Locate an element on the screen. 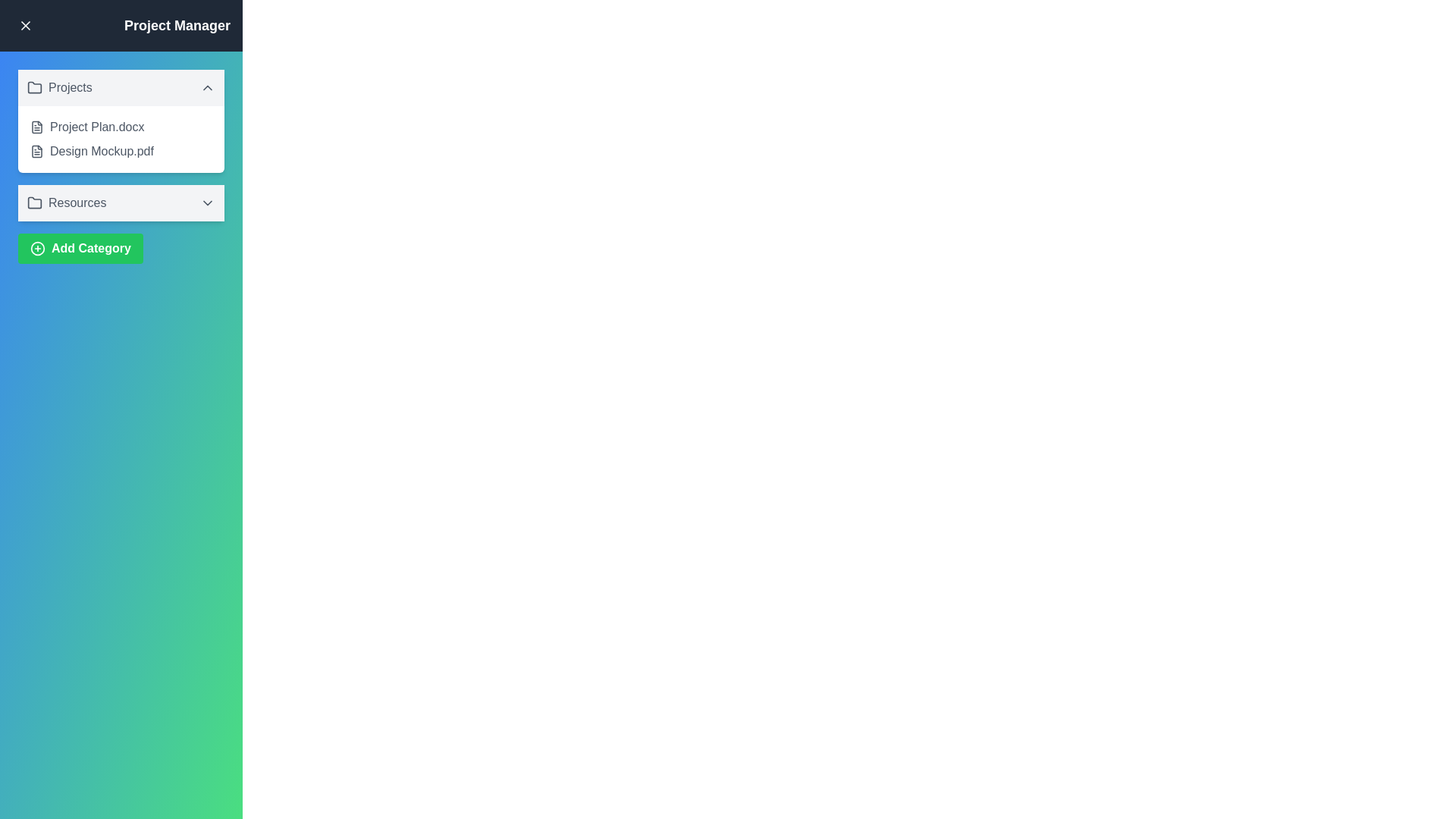 This screenshot has width=1456, height=819. the file icon representing 'Design Mockup.pdf' in the 'Projects' section of the sidebar menu is located at coordinates (36, 152).